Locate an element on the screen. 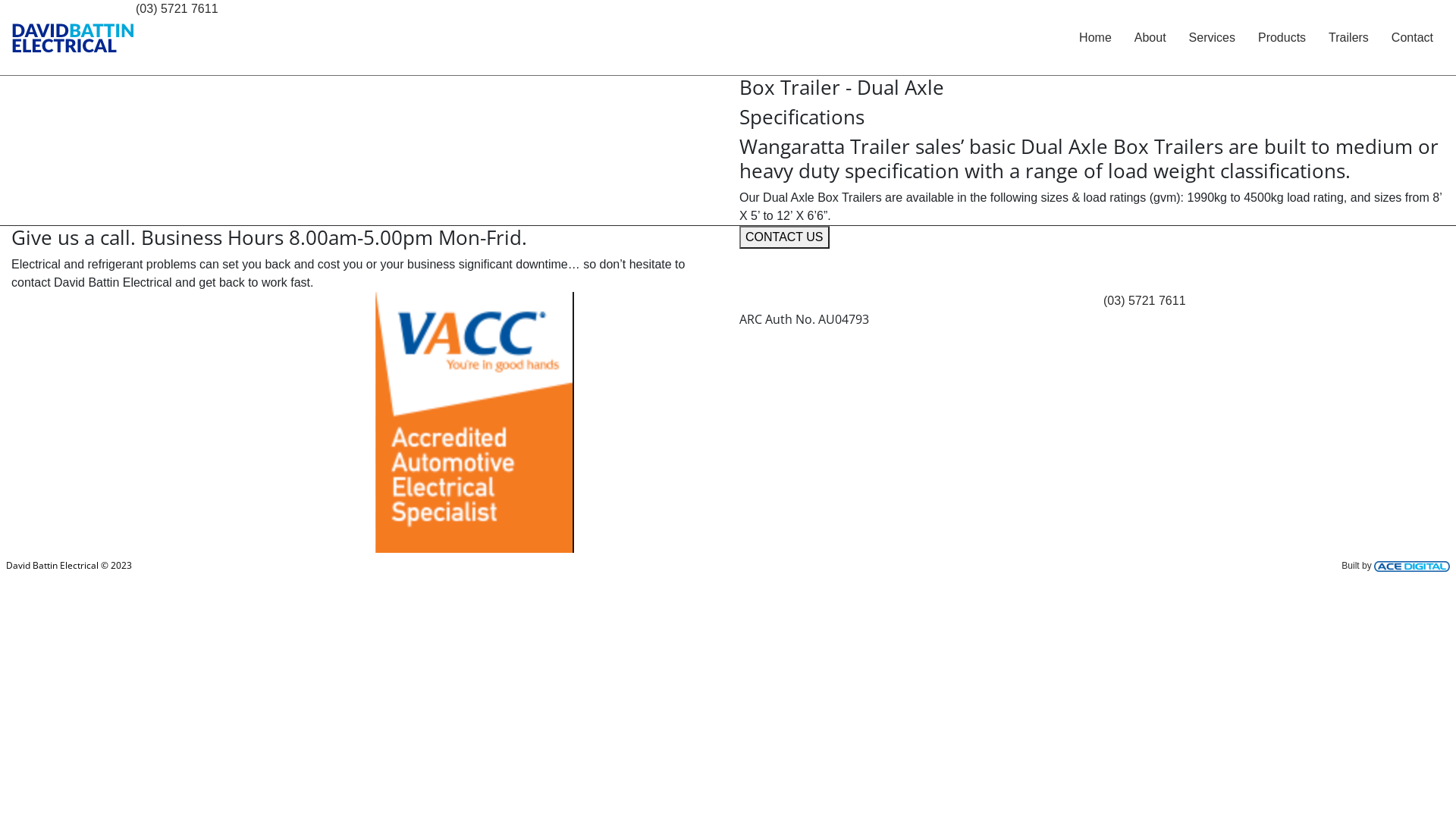  'Contact' is located at coordinates (1379, 37).